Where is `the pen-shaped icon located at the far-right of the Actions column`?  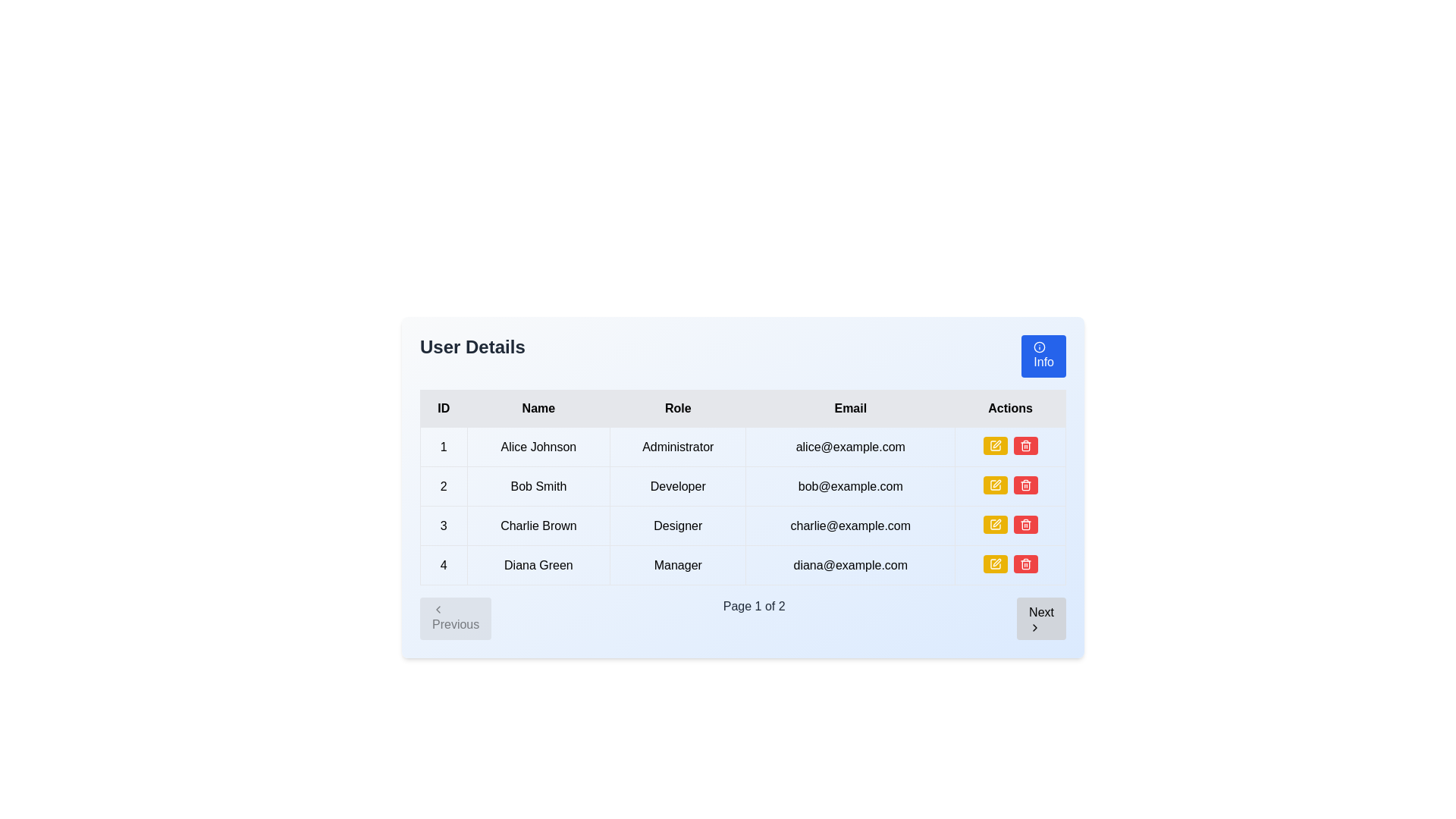
the pen-shaped icon located at the far-right of the Actions column is located at coordinates (996, 562).